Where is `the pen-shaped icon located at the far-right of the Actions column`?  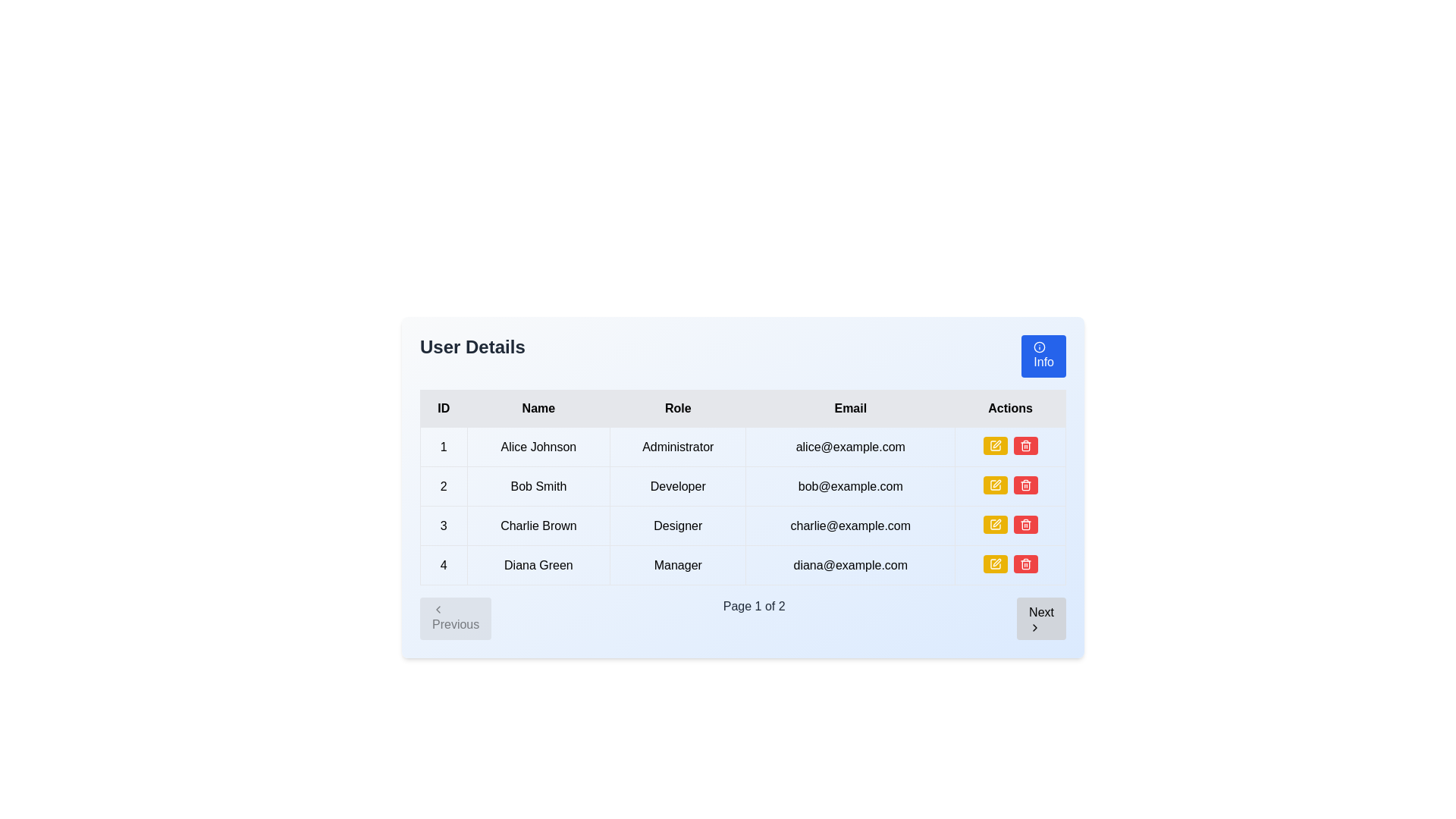
the pen-shaped icon located at the far-right of the Actions column is located at coordinates (996, 562).